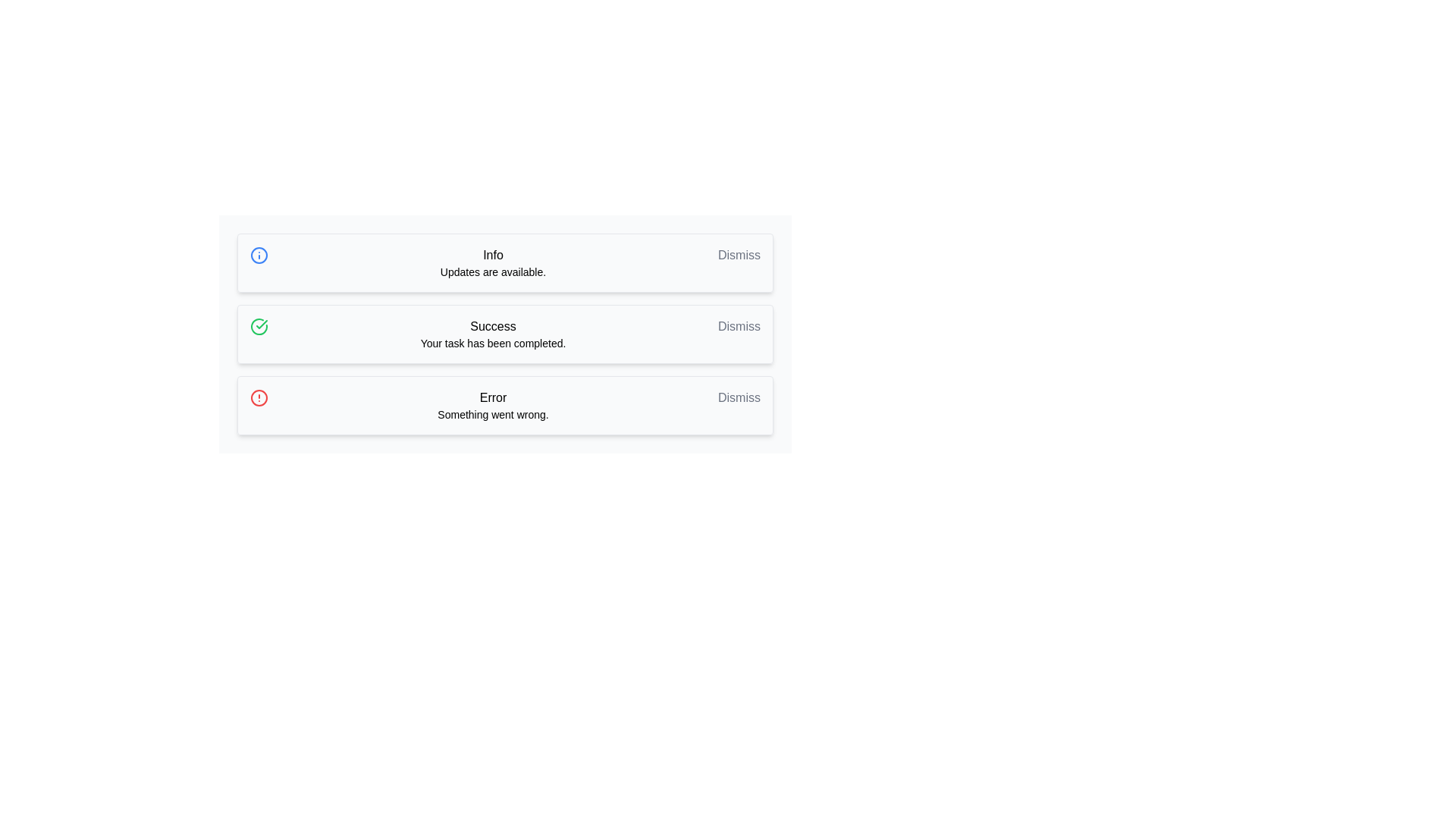  What do you see at coordinates (493, 254) in the screenshot?
I see `the bold 'Info' text label at the top of the information card to potentially reveal more information` at bounding box center [493, 254].